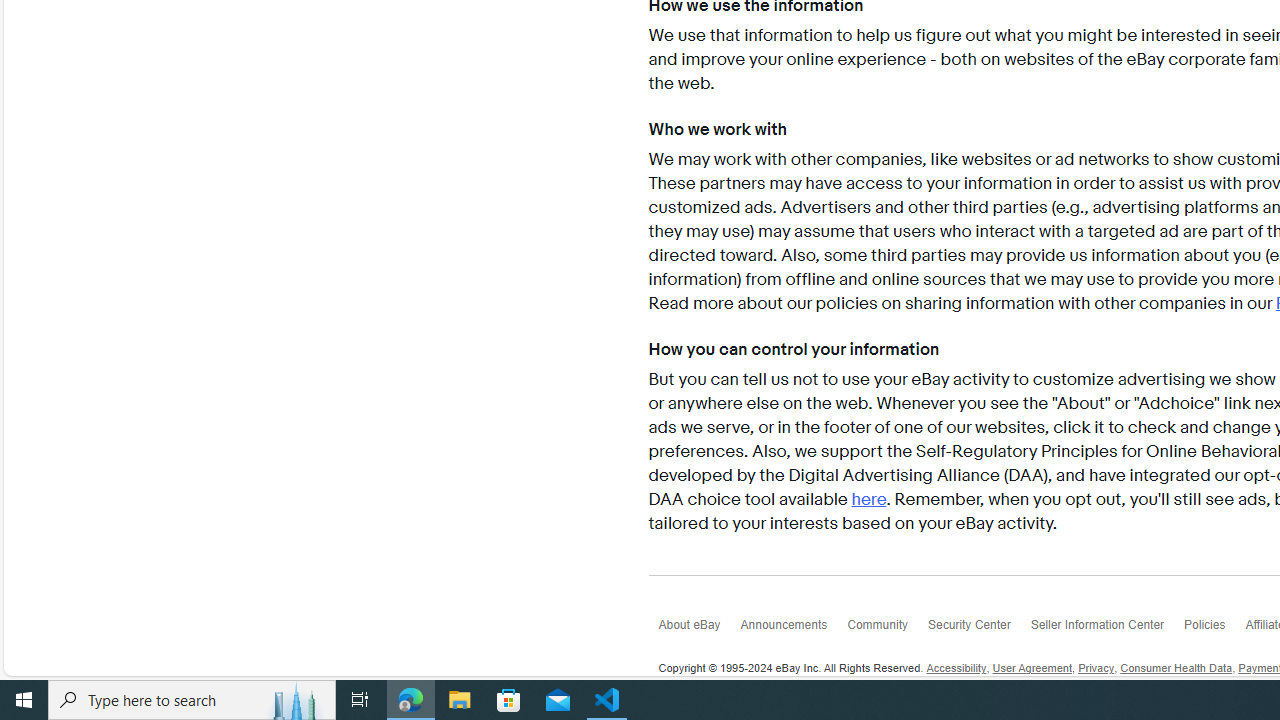  What do you see at coordinates (1106, 628) in the screenshot?
I see `'Seller Information Center'` at bounding box center [1106, 628].